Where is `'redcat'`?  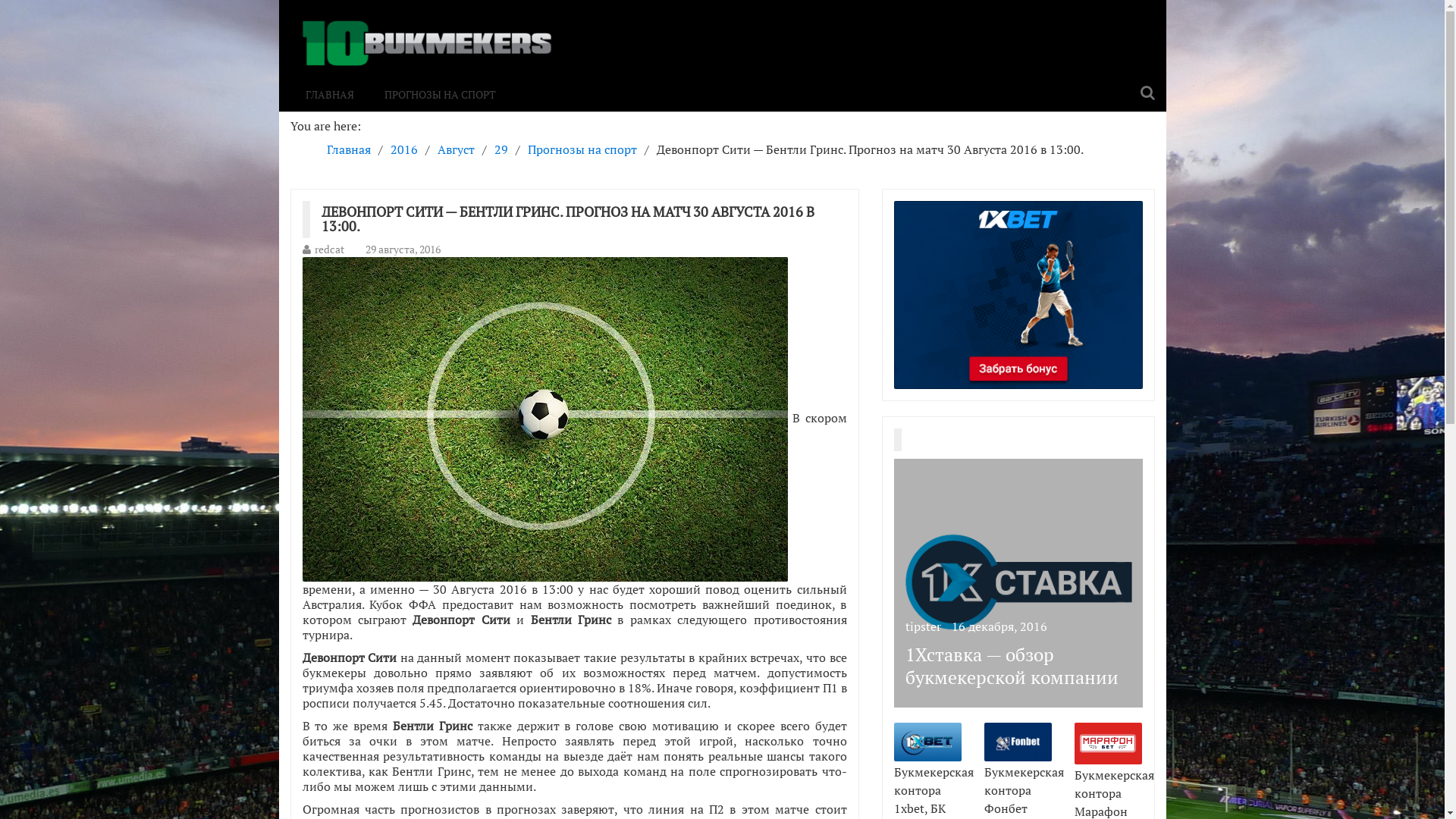
'redcat' is located at coordinates (328, 248).